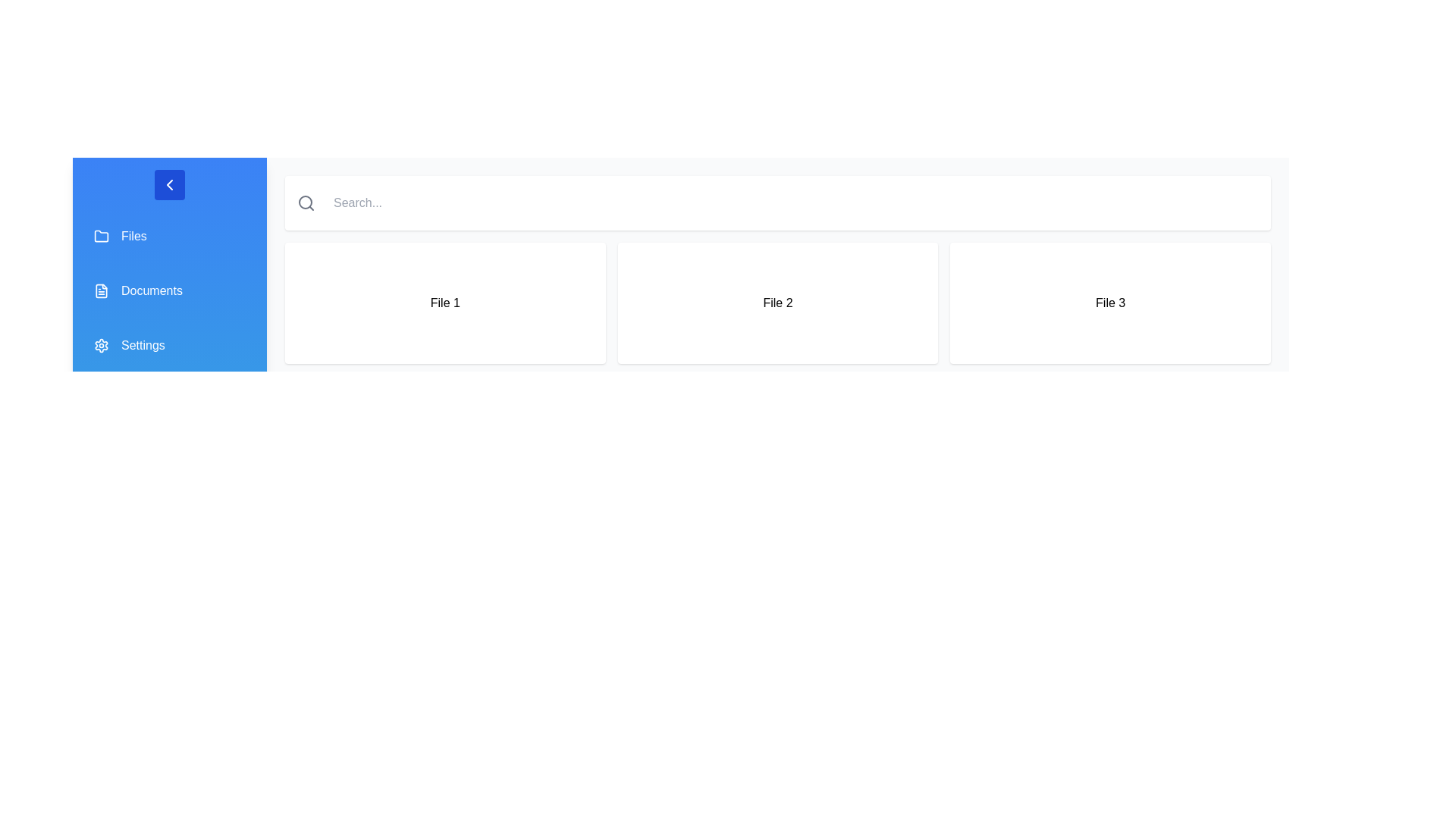 This screenshot has width=1456, height=819. Describe the element at coordinates (777, 303) in the screenshot. I see `the File 2 element to view its details` at that location.